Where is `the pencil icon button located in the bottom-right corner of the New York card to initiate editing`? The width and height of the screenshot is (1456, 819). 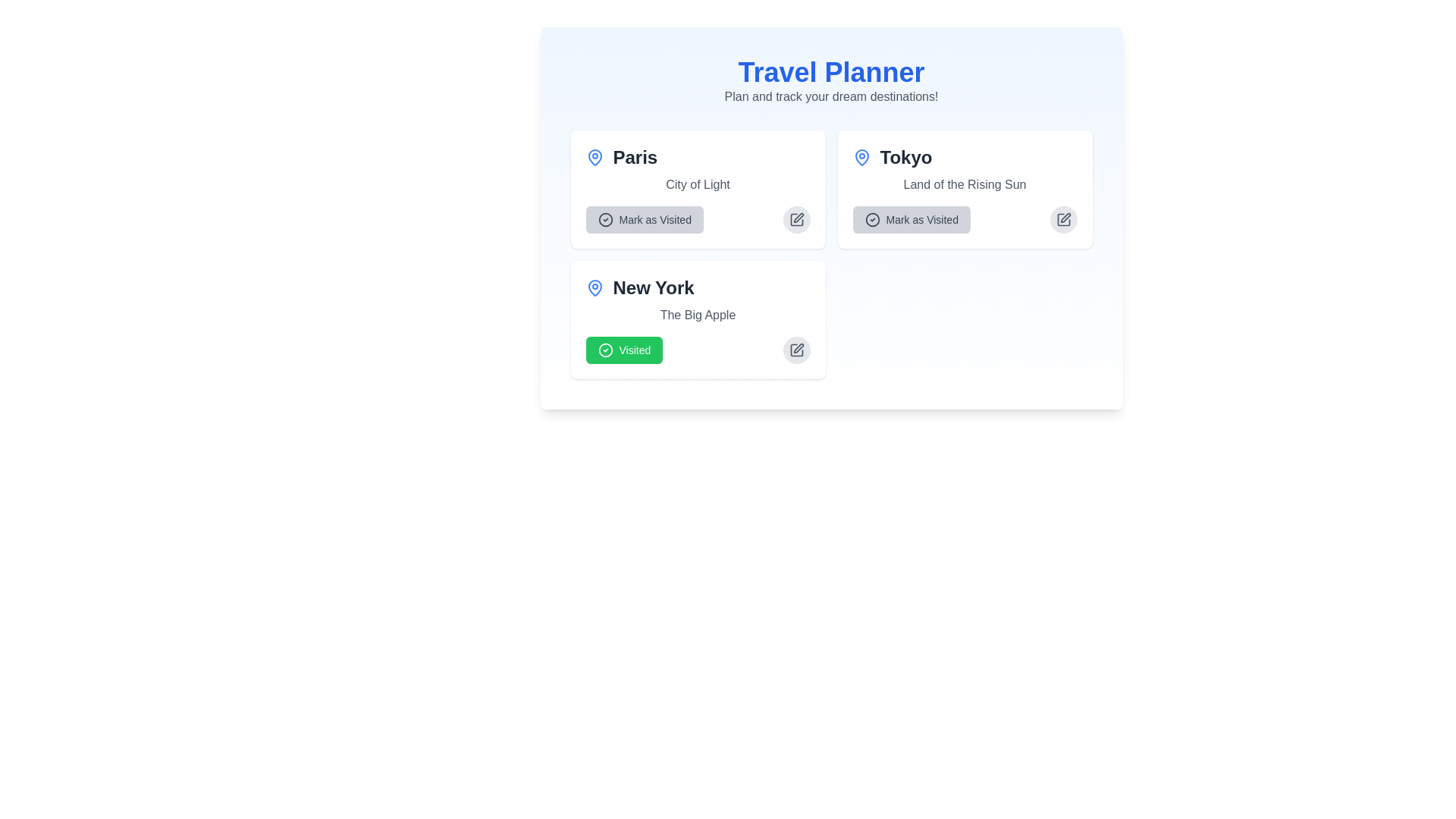 the pencil icon button located in the bottom-right corner of the New York card to initiate editing is located at coordinates (795, 350).